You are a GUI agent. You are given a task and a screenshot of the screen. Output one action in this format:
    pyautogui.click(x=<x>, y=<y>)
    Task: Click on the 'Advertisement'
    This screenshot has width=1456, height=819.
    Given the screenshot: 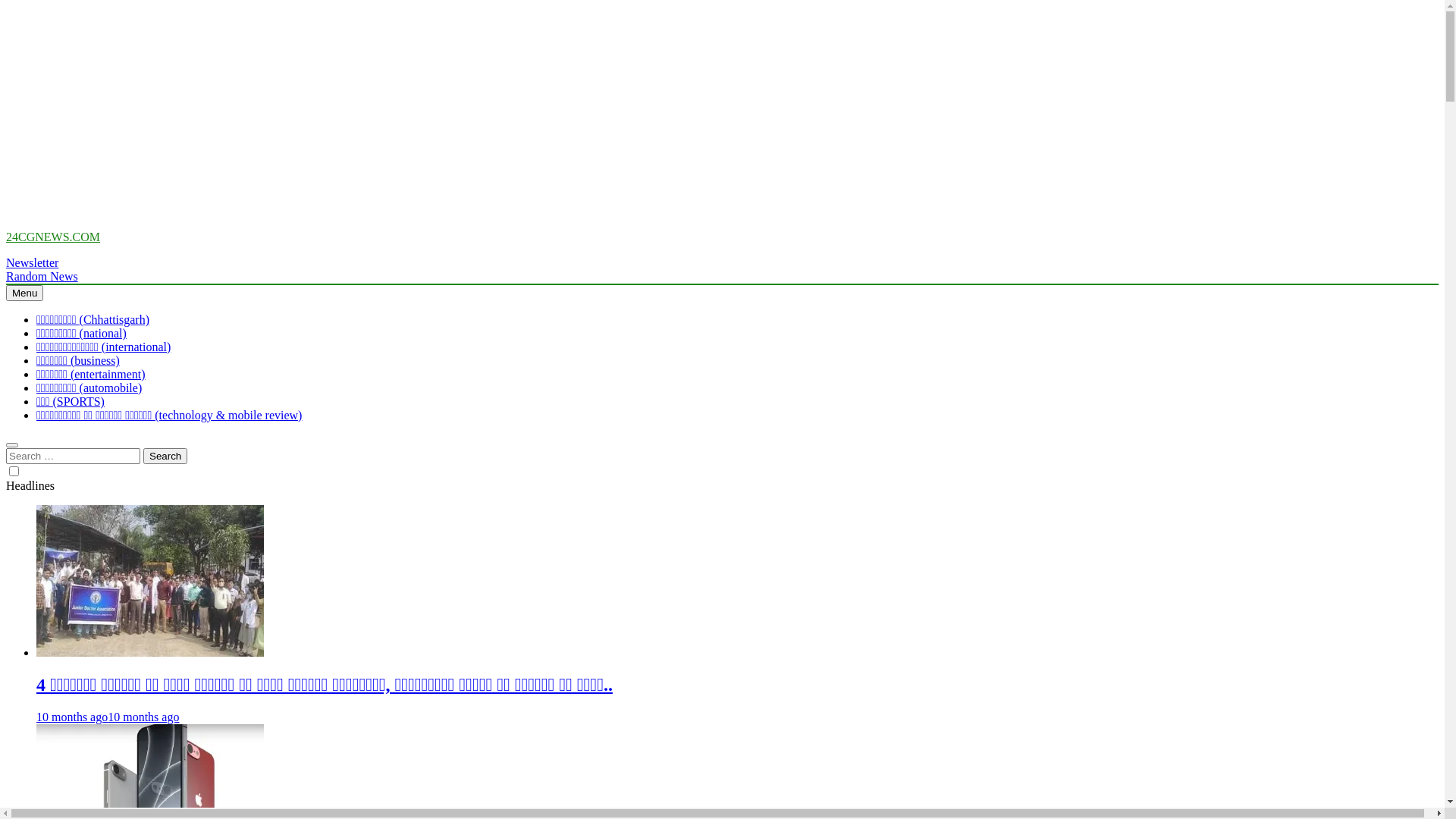 What is the action you would take?
    pyautogui.click(x=460, y=111)
    